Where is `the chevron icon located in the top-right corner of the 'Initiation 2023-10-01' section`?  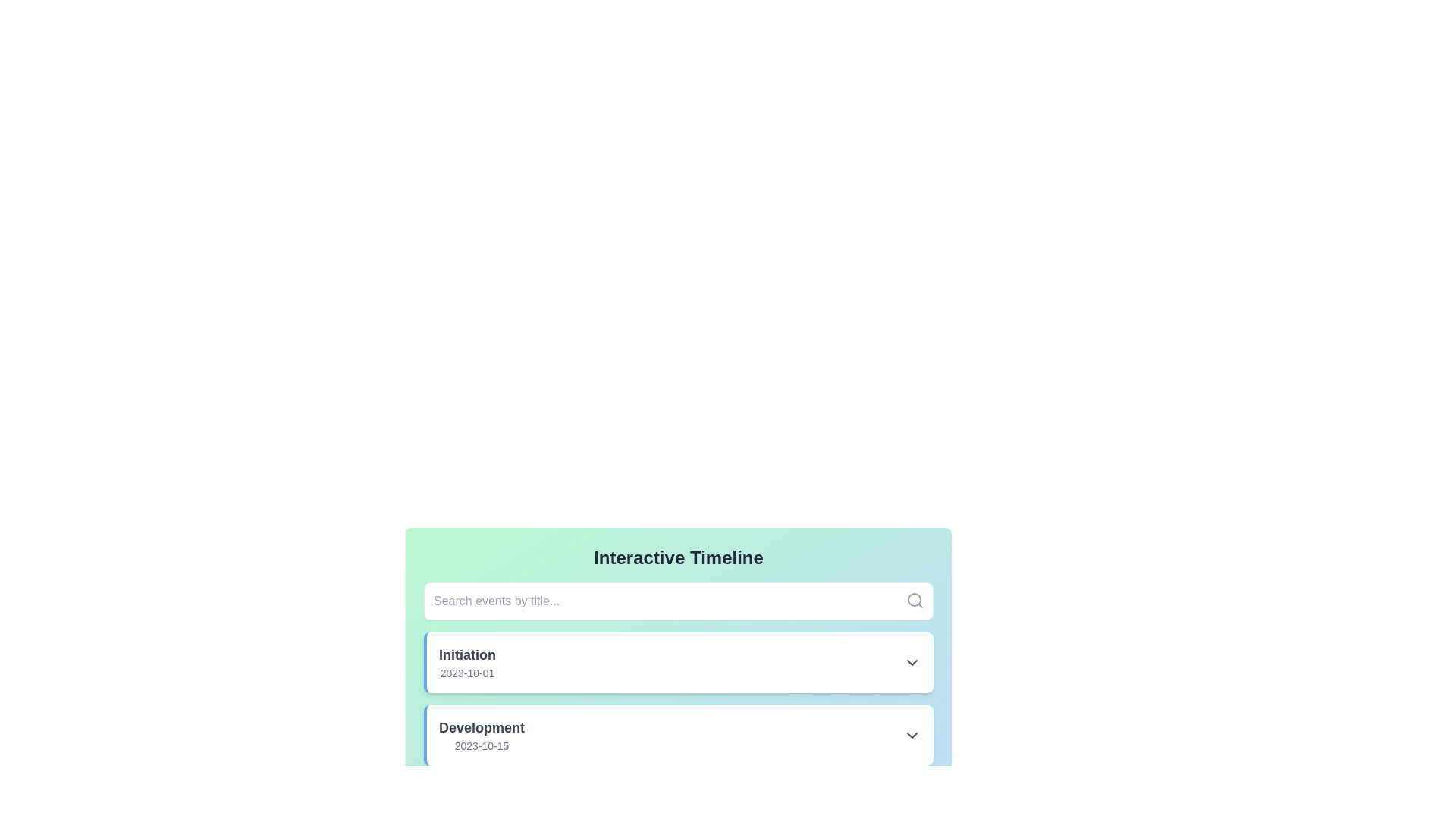 the chevron icon located in the top-right corner of the 'Initiation 2023-10-01' section is located at coordinates (912, 662).